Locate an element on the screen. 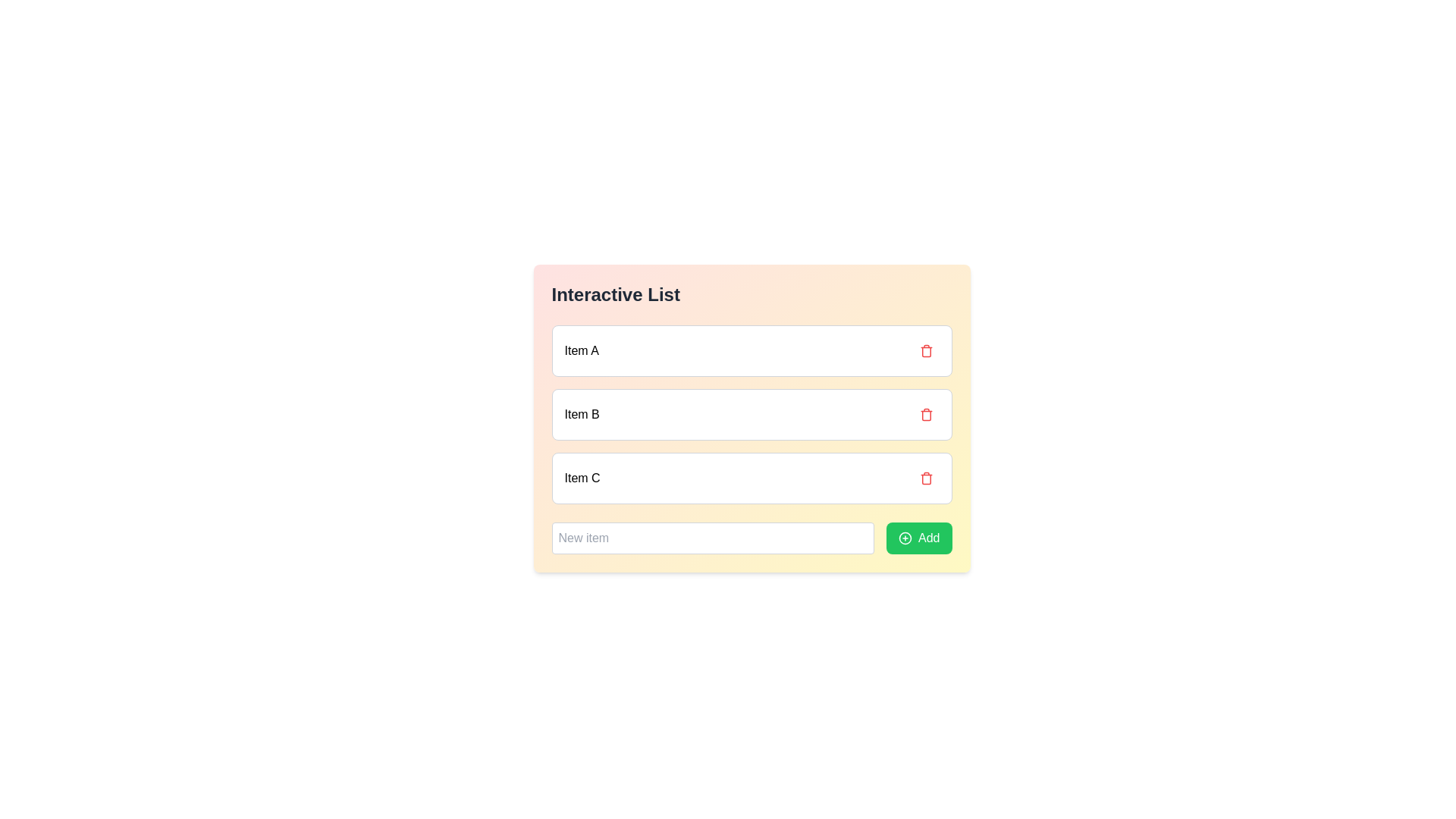 This screenshot has width=1456, height=819. the green rectangular button labeled 'Add', which is positioned to the right of the 'New item' input field is located at coordinates (918, 537).